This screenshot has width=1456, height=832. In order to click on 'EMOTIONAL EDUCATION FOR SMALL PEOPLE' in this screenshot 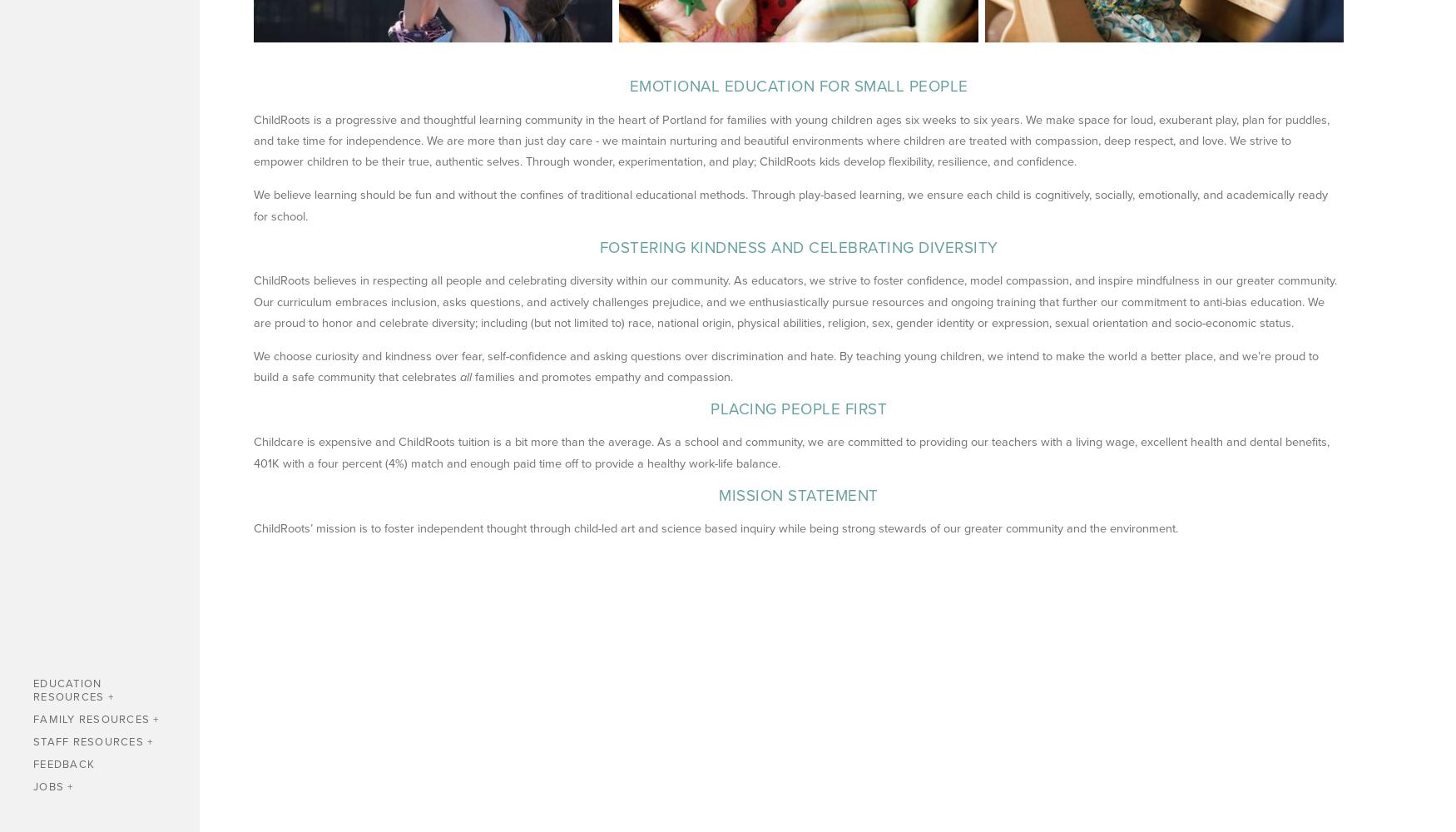, I will do `click(798, 86)`.